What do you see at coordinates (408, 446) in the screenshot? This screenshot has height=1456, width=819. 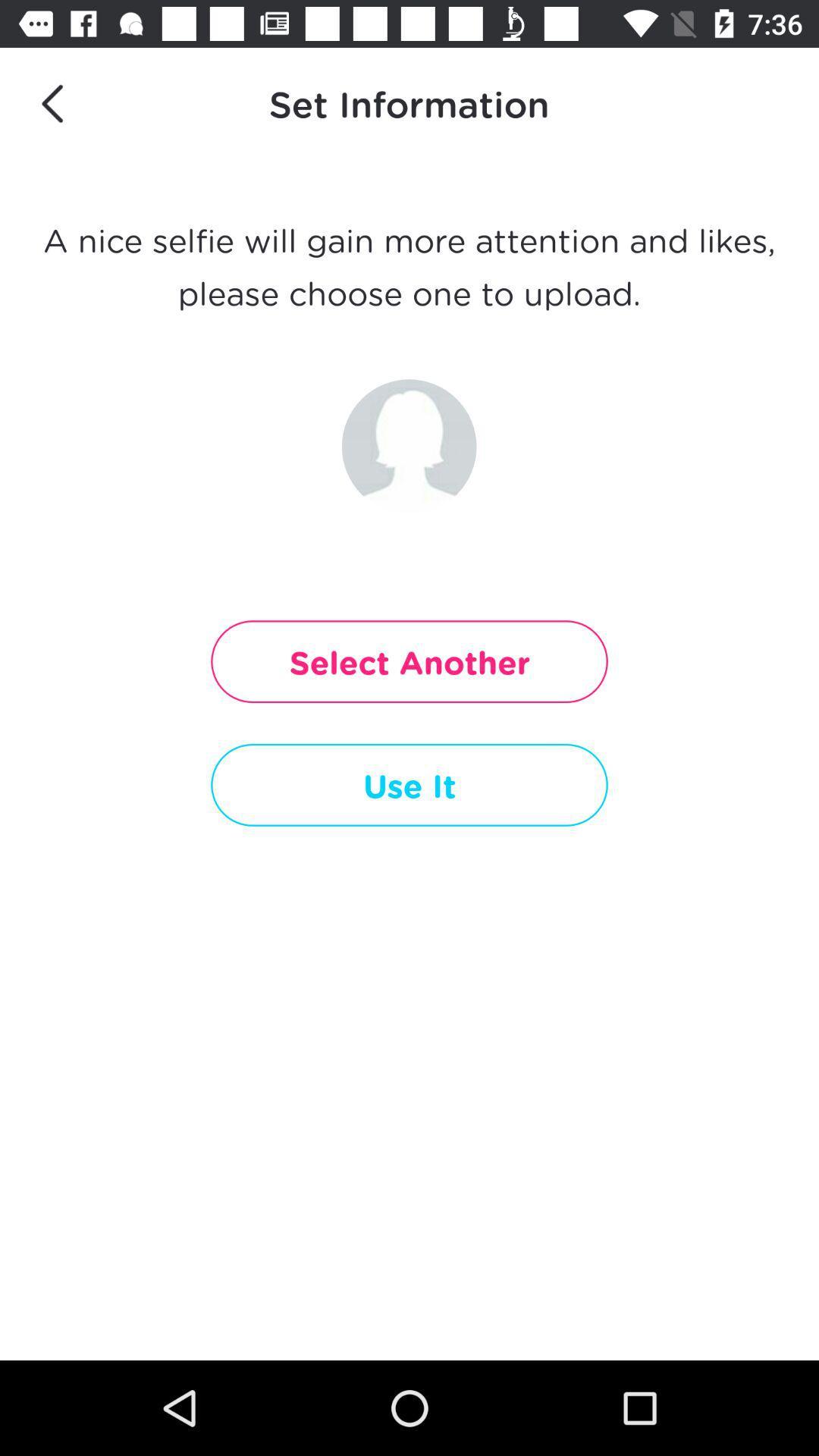 I see `the avatar icon` at bounding box center [408, 446].